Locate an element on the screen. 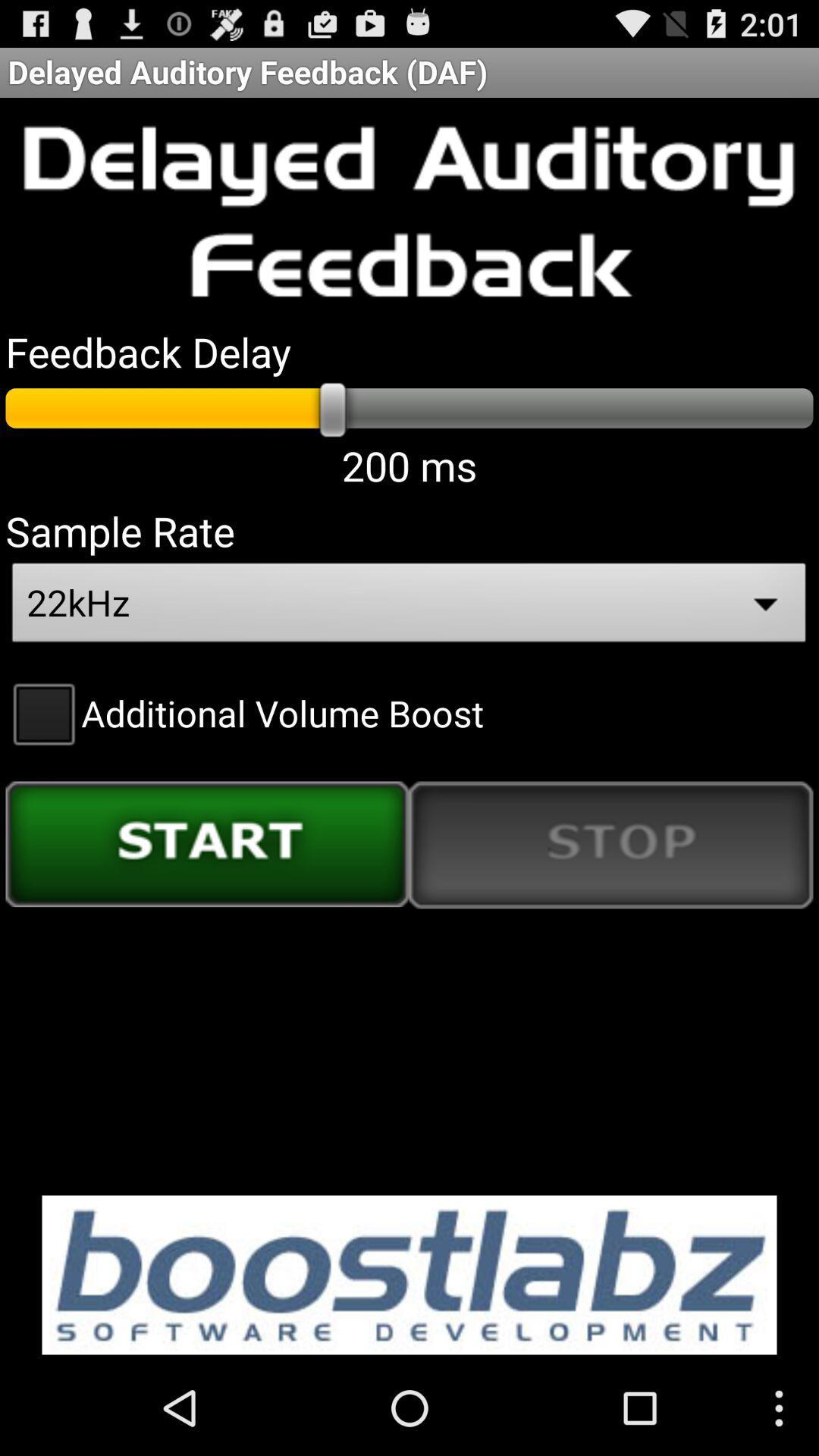 The image size is (819, 1456). additional volume boost item is located at coordinates (243, 712).